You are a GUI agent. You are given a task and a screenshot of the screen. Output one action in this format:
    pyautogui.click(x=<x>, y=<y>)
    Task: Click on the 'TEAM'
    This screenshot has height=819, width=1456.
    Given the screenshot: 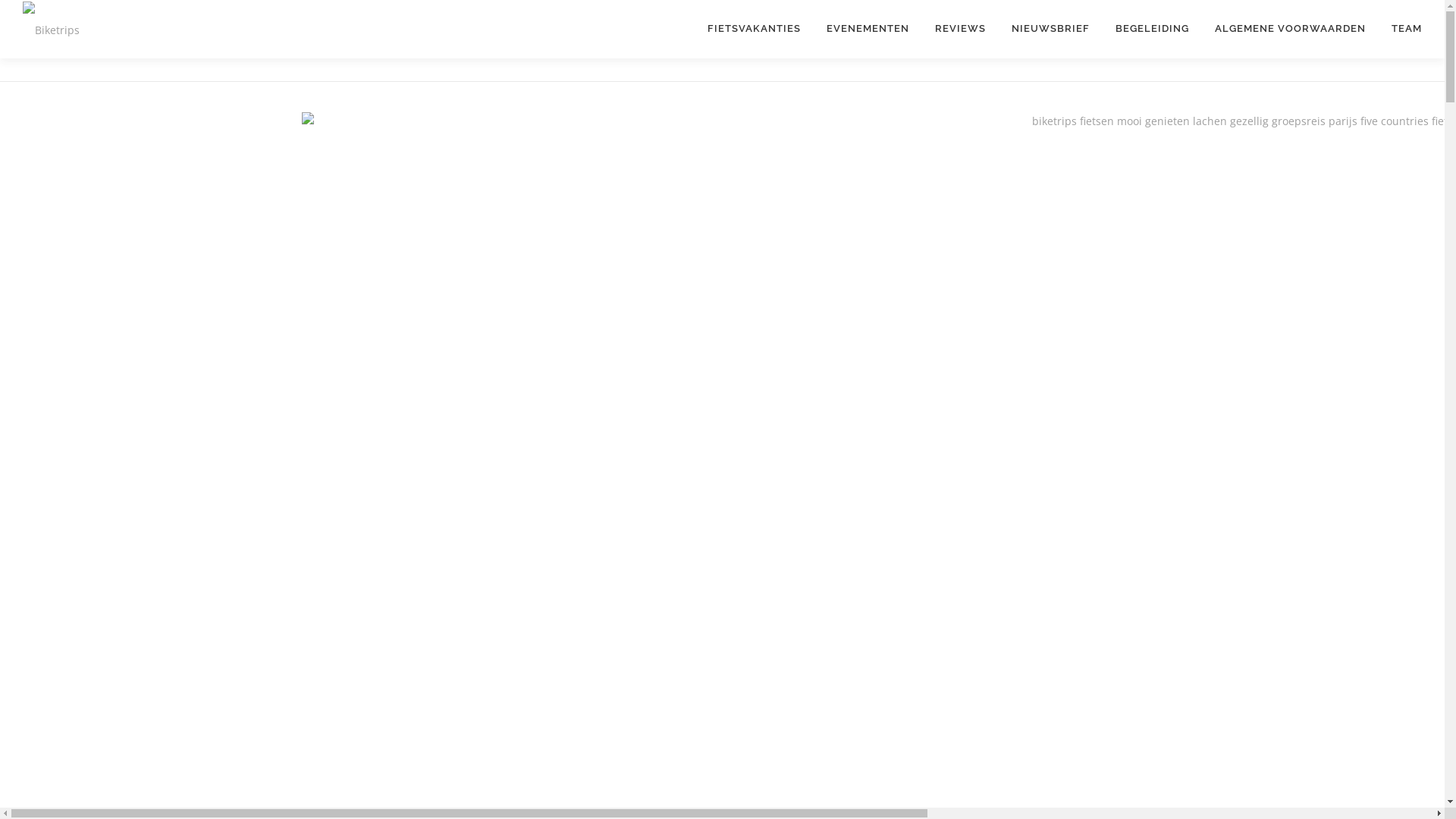 What is the action you would take?
    pyautogui.click(x=1399, y=28)
    